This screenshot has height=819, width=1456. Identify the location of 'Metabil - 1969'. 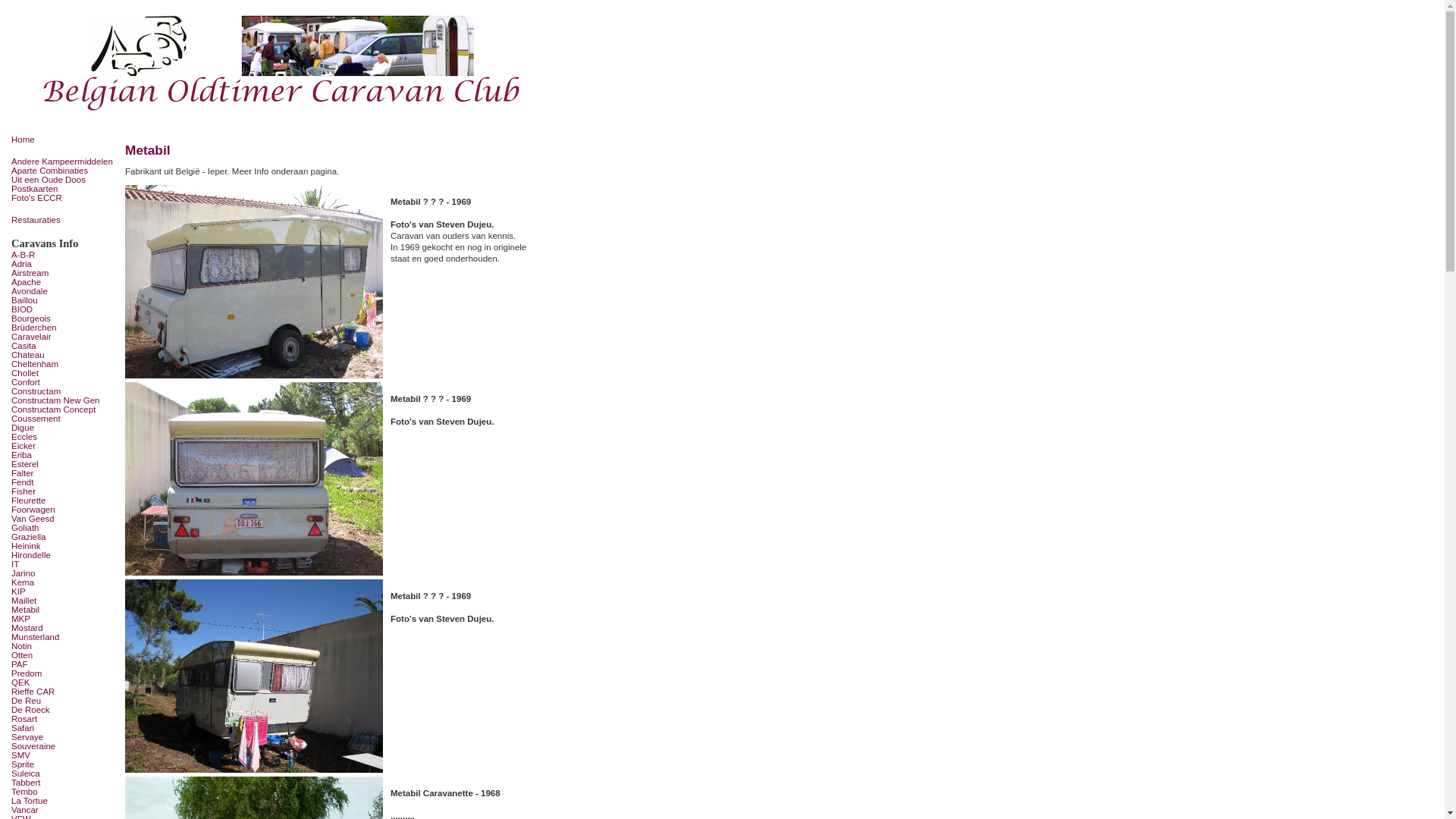
(254, 281).